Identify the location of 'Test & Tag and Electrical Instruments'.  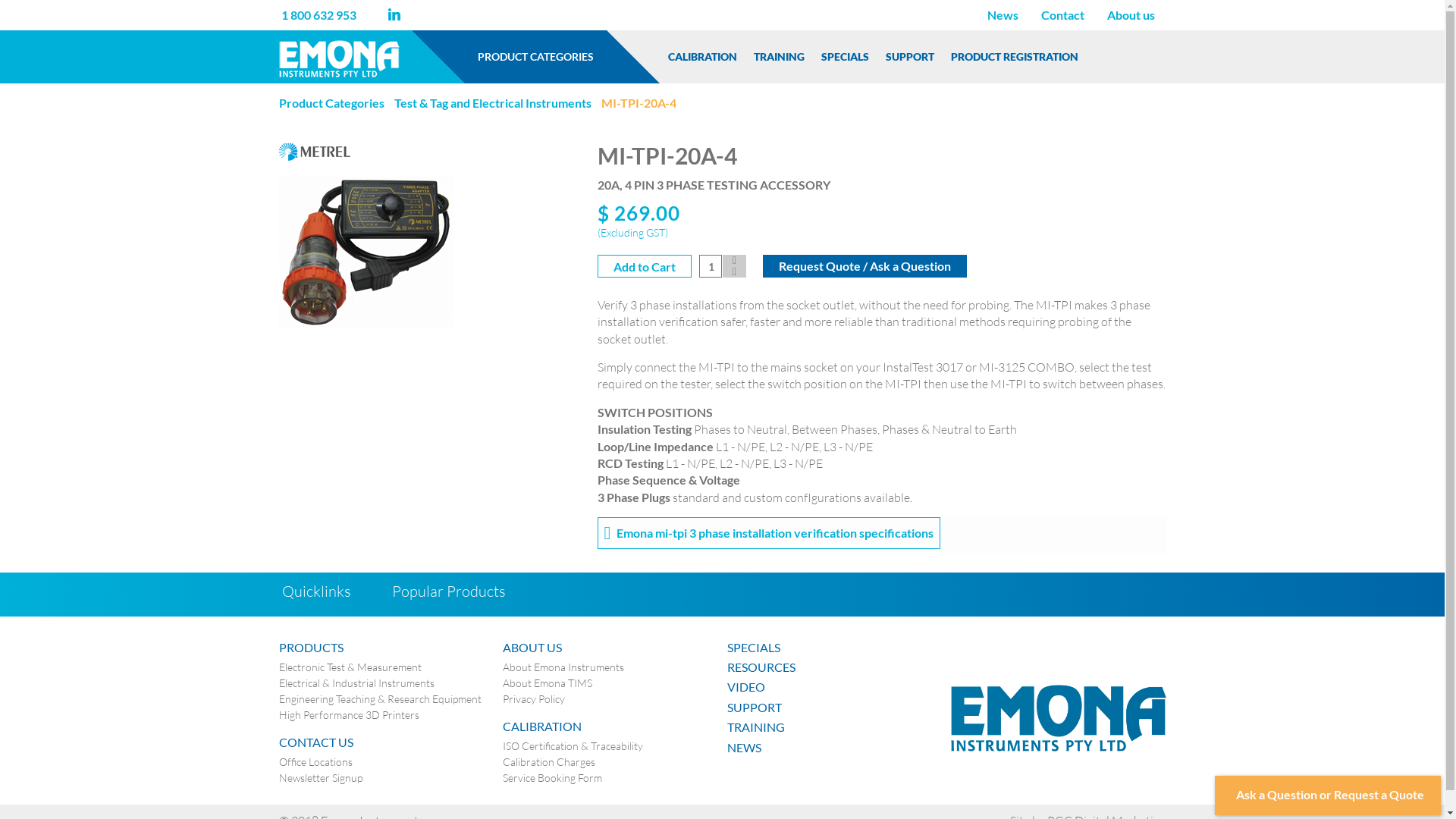
(492, 102).